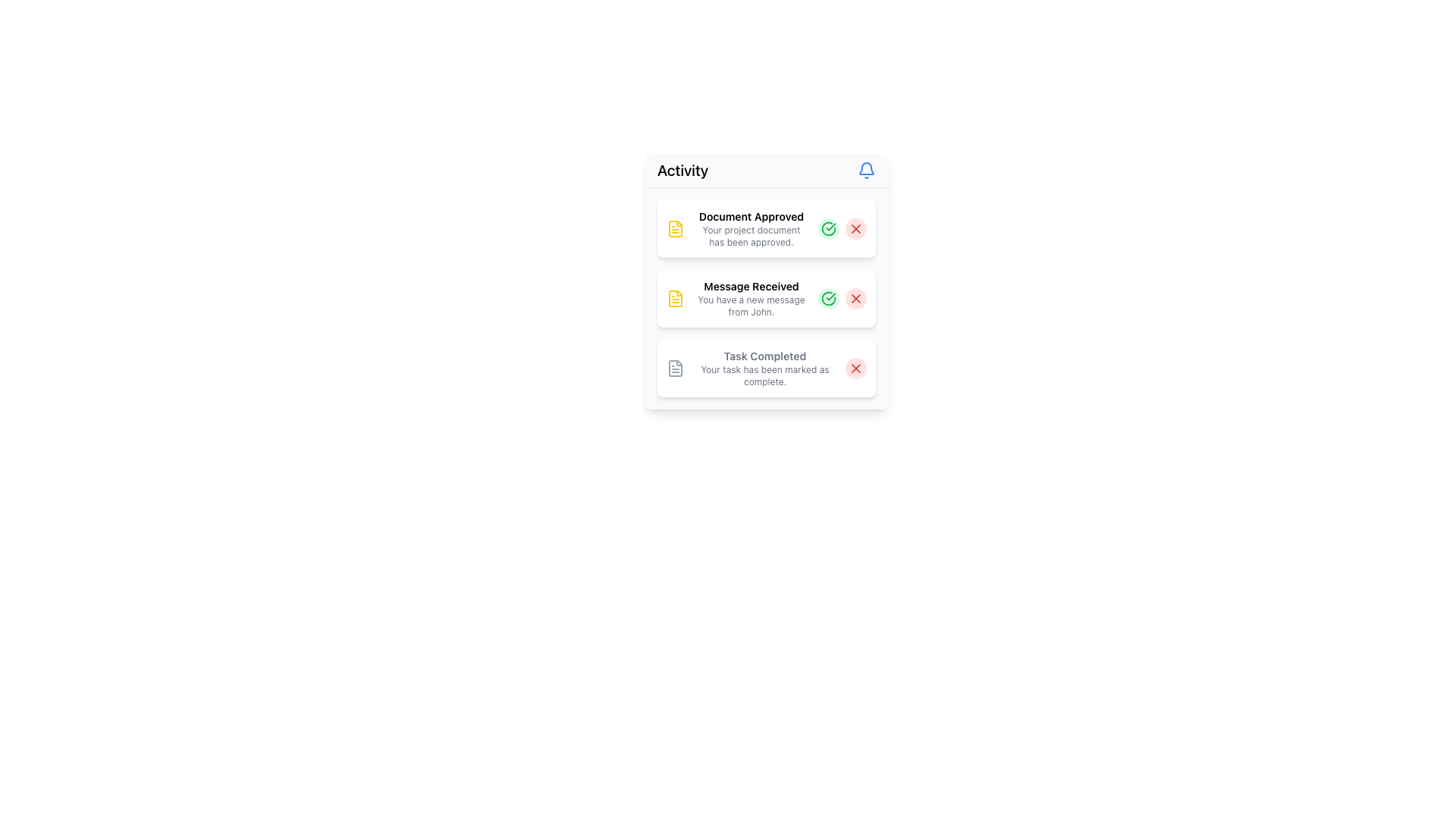 This screenshot has height=819, width=1456. I want to click on the dismiss/delete icon located in the topmost notification card under the 'Activity' section, aligned to the right of the card, adjacent to the green checkmark icon, so click(855, 228).